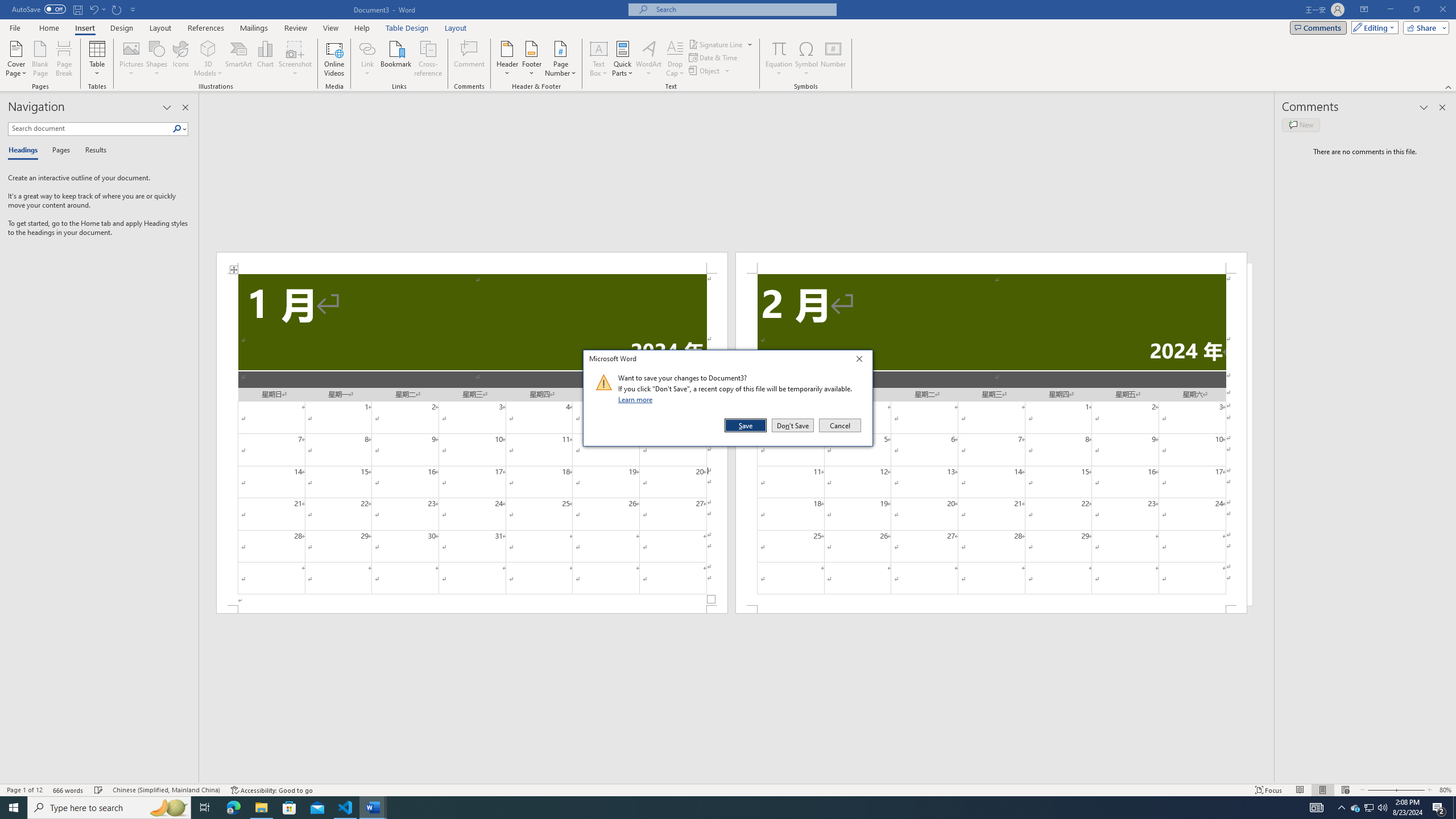 This screenshot has width=1456, height=819. Describe the element at coordinates (63, 59) in the screenshot. I see `'Page Break'` at that location.